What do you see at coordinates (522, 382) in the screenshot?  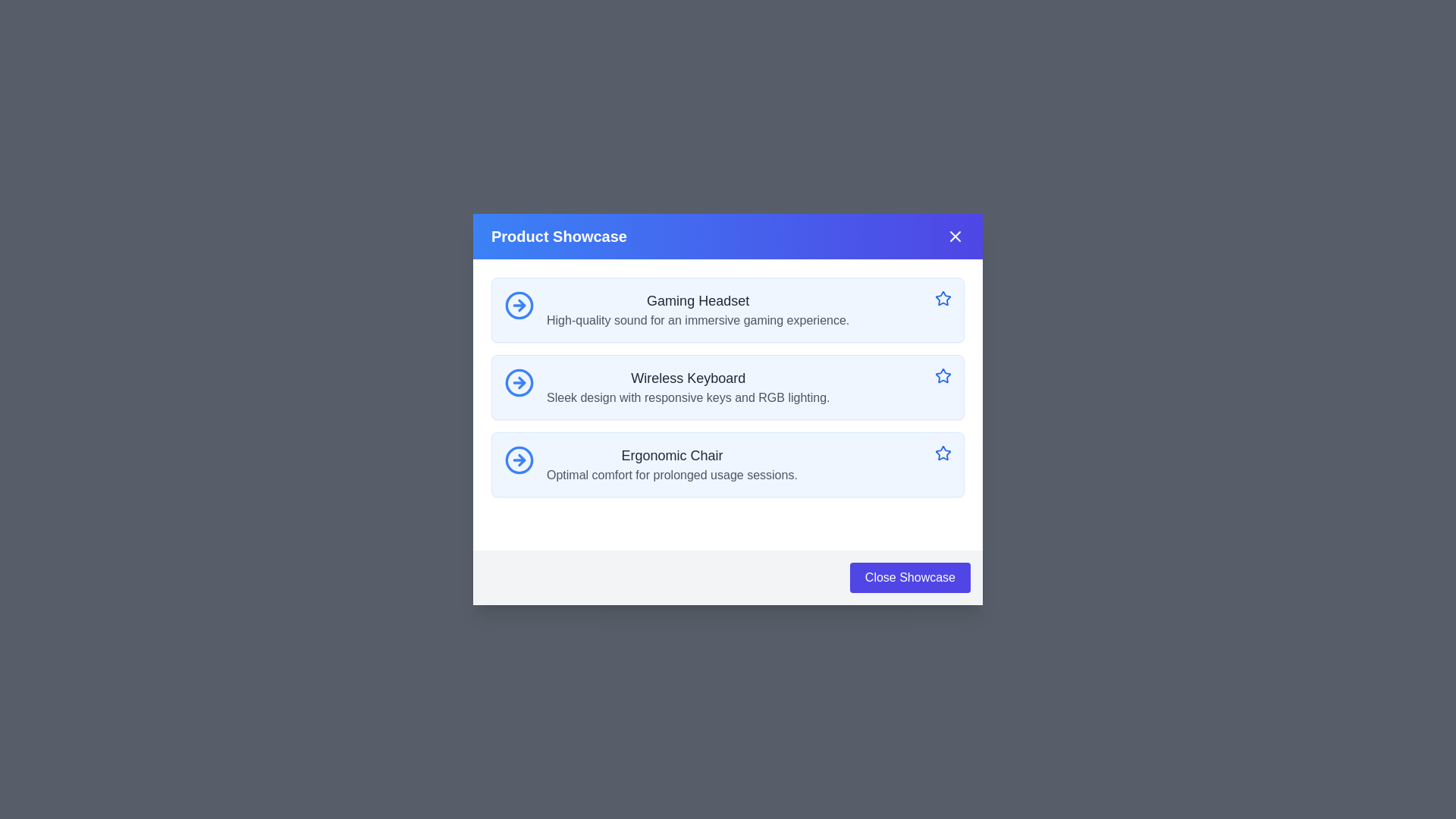 I see `the graphical arrow symbol pointing to the right, part of the circle-arrow-right icon located inside the second item of the product showcase next to 'Wireless Keyboard'` at bounding box center [522, 382].